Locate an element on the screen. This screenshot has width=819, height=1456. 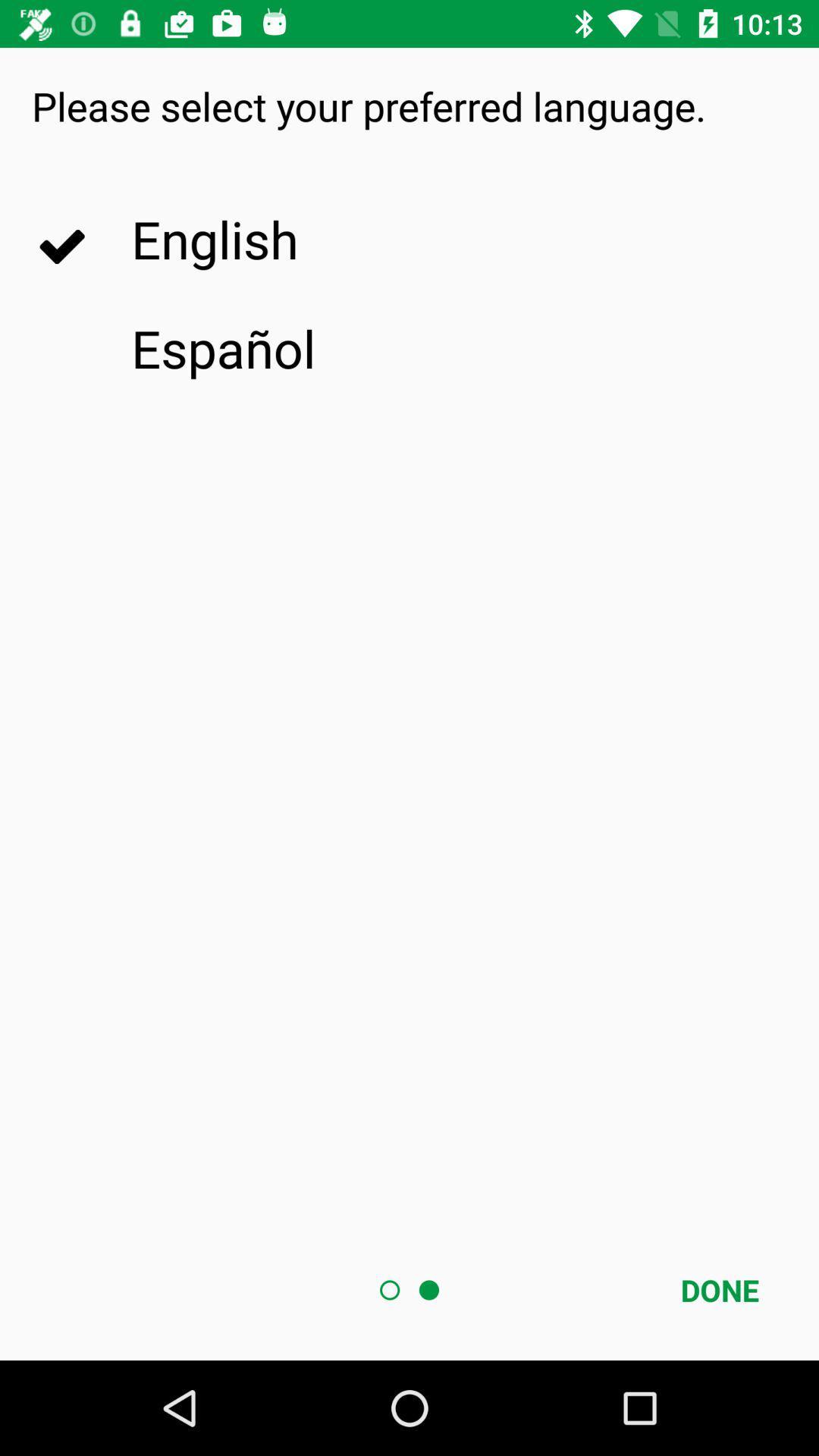
the done item is located at coordinates (719, 1289).